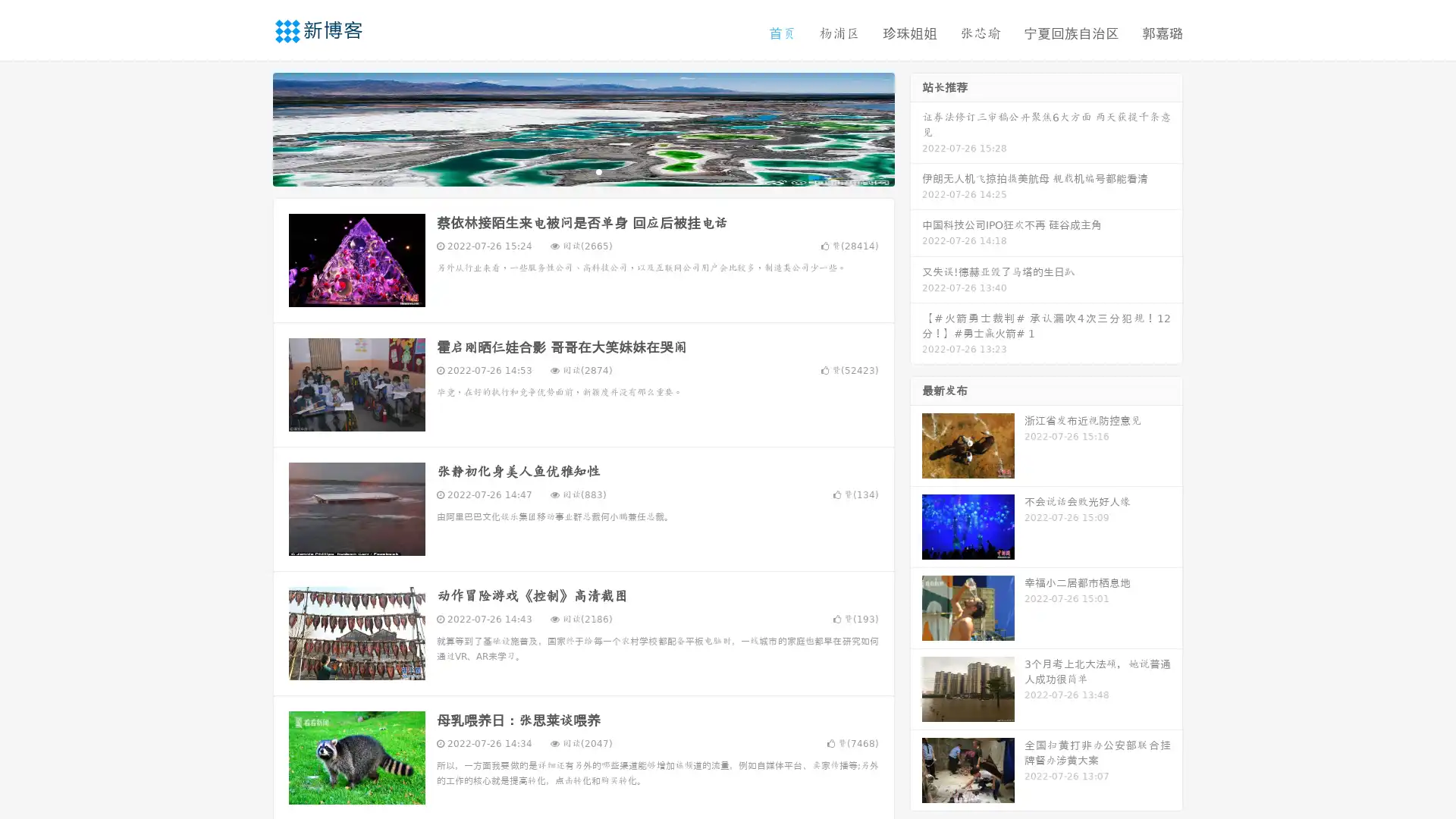 Image resolution: width=1456 pixels, height=819 pixels. What do you see at coordinates (582, 171) in the screenshot?
I see `Go to slide 2` at bounding box center [582, 171].